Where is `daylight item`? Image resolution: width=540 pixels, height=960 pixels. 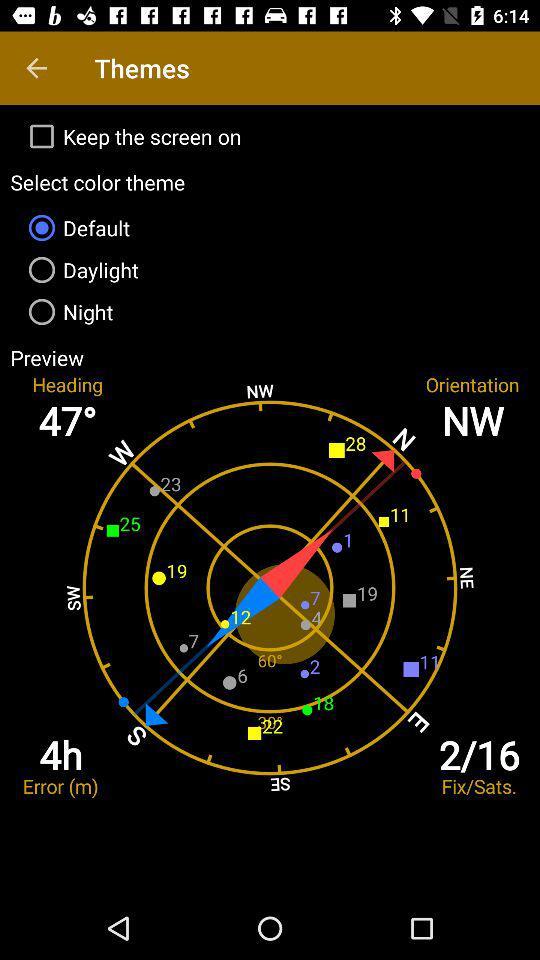 daylight item is located at coordinates (270, 268).